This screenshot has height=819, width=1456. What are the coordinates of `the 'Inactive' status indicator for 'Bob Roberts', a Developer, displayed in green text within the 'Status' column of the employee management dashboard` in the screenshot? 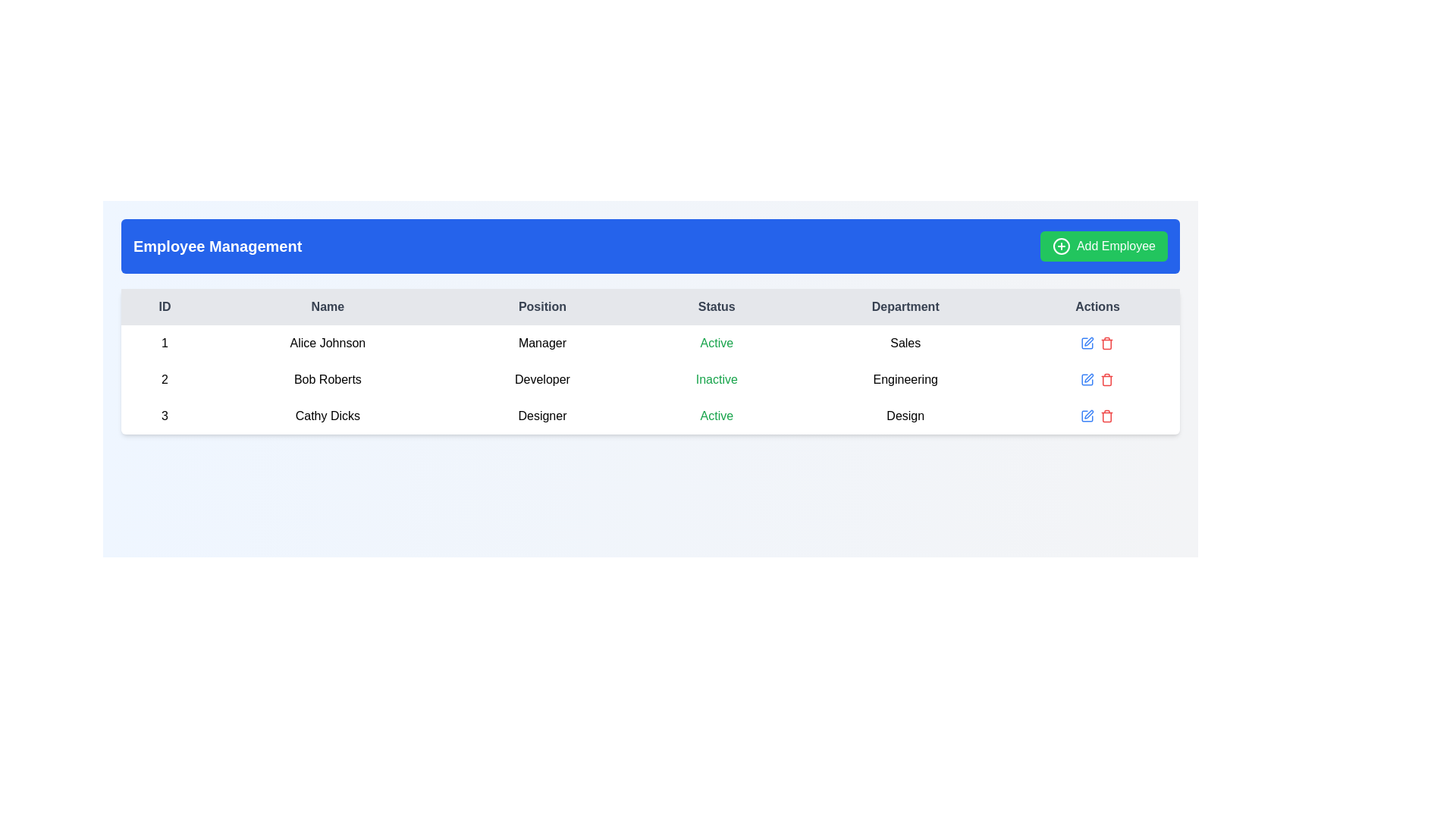 It's located at (716, 379).